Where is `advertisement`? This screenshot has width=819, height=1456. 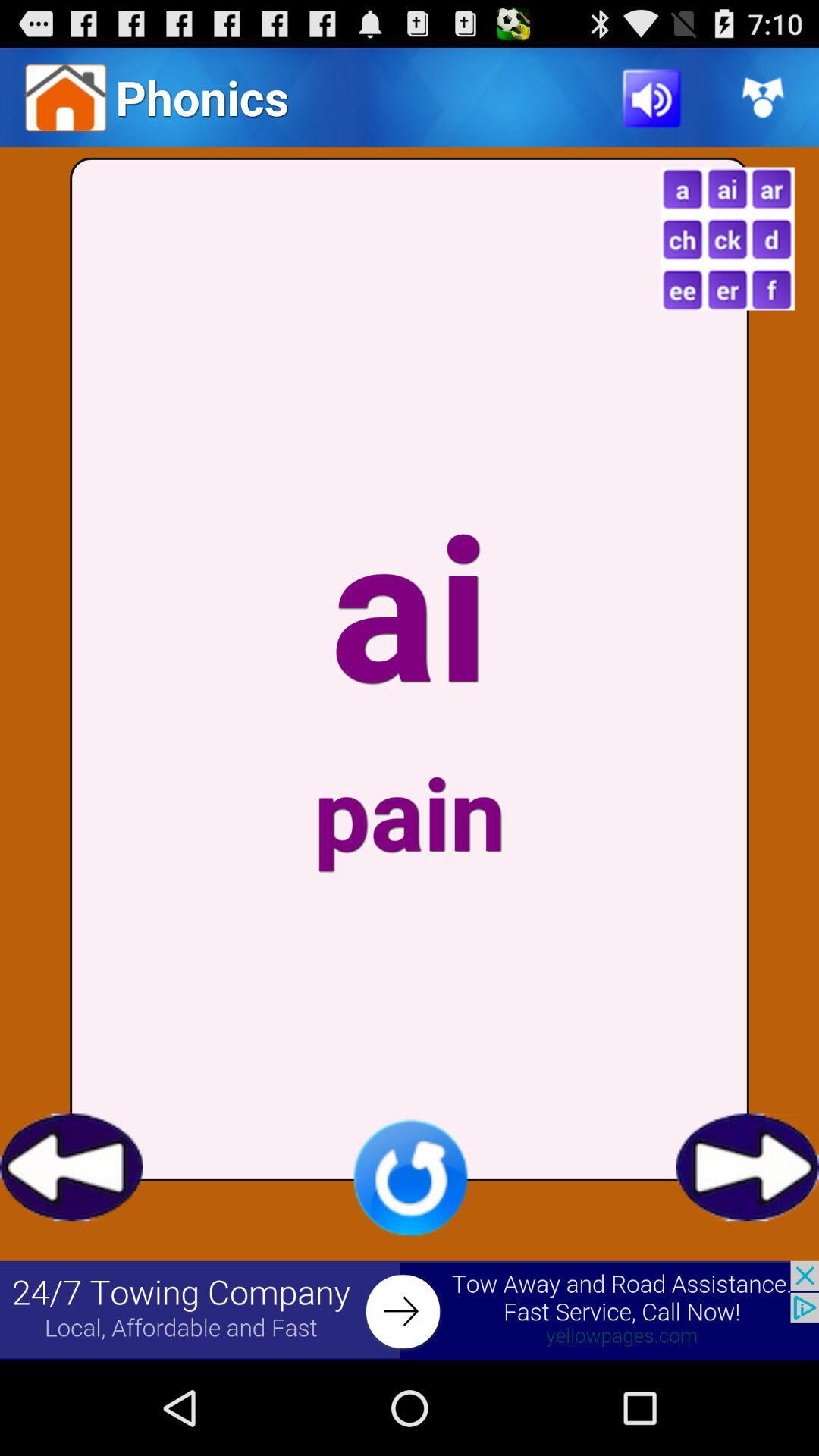 advertisement is located at coordinates (409, 1310).